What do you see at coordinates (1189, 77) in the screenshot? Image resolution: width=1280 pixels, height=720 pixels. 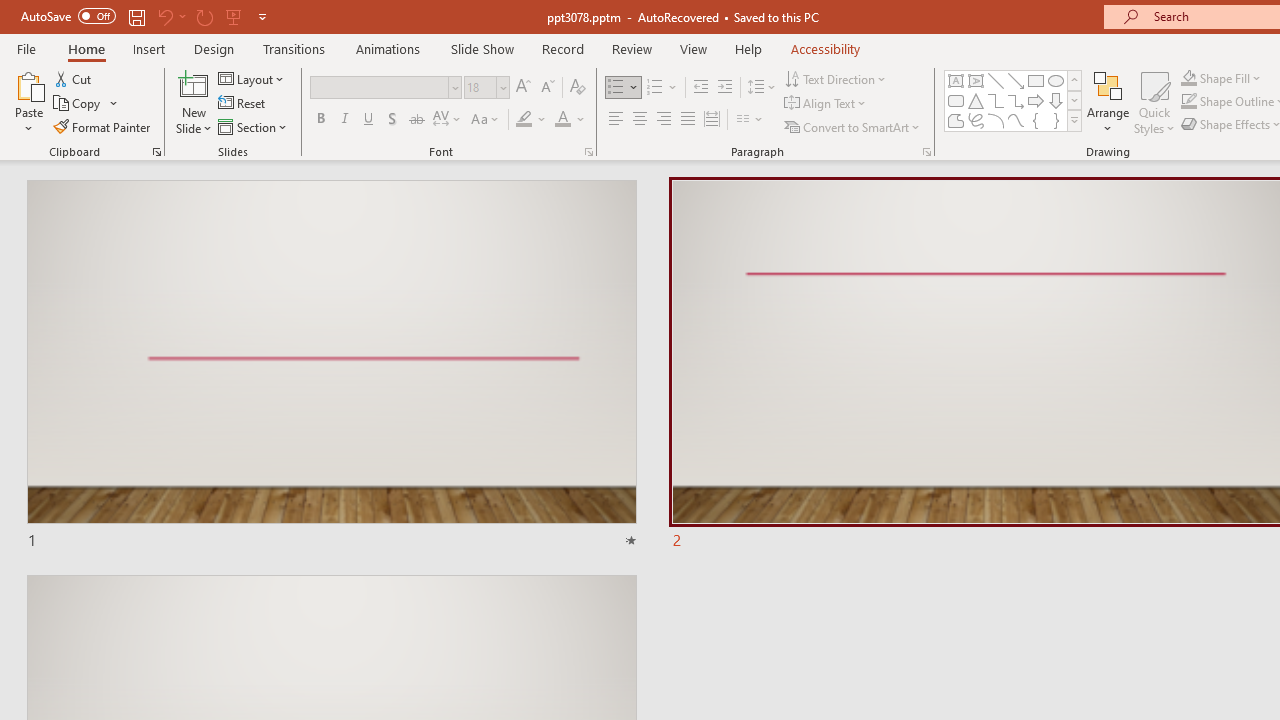 I see `'Shape Fill Dark Green, Accent 2'` at bounding box center [1189, 77].